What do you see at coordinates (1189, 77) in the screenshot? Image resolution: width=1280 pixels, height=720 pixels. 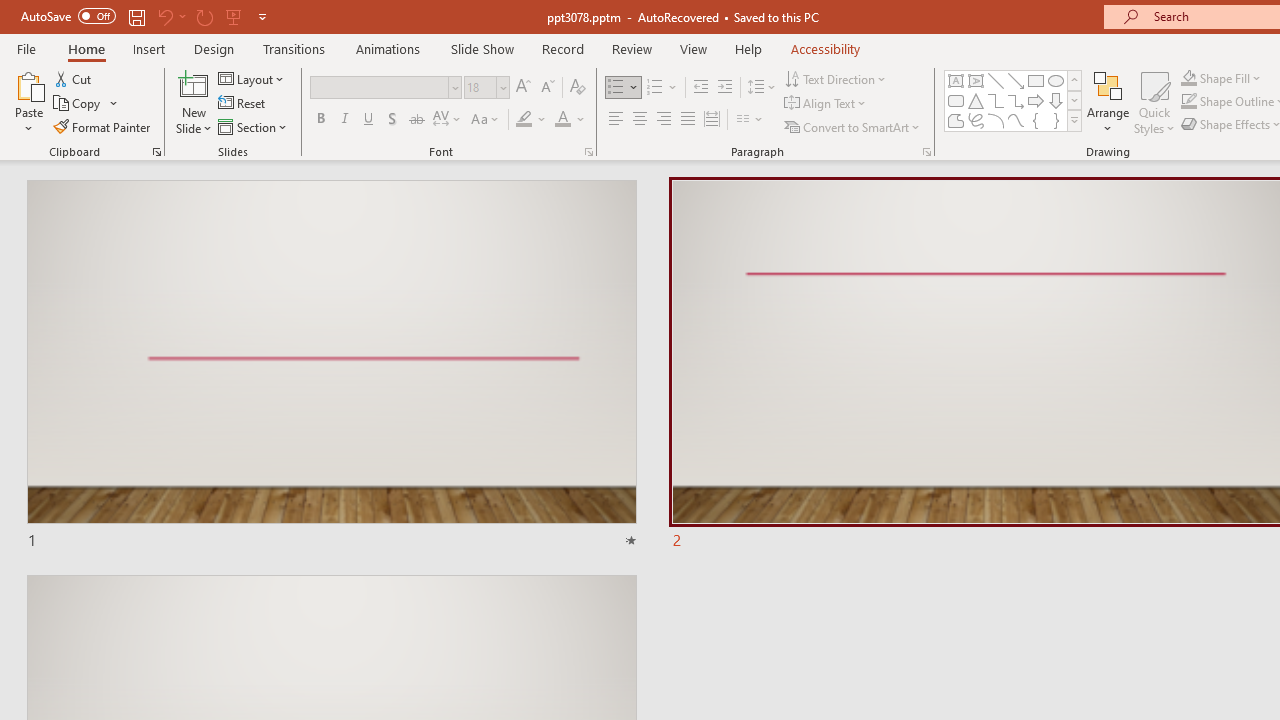 I see `'Shape Fill Dark Green, Accent 2'` at bounding box center [1189, 77].